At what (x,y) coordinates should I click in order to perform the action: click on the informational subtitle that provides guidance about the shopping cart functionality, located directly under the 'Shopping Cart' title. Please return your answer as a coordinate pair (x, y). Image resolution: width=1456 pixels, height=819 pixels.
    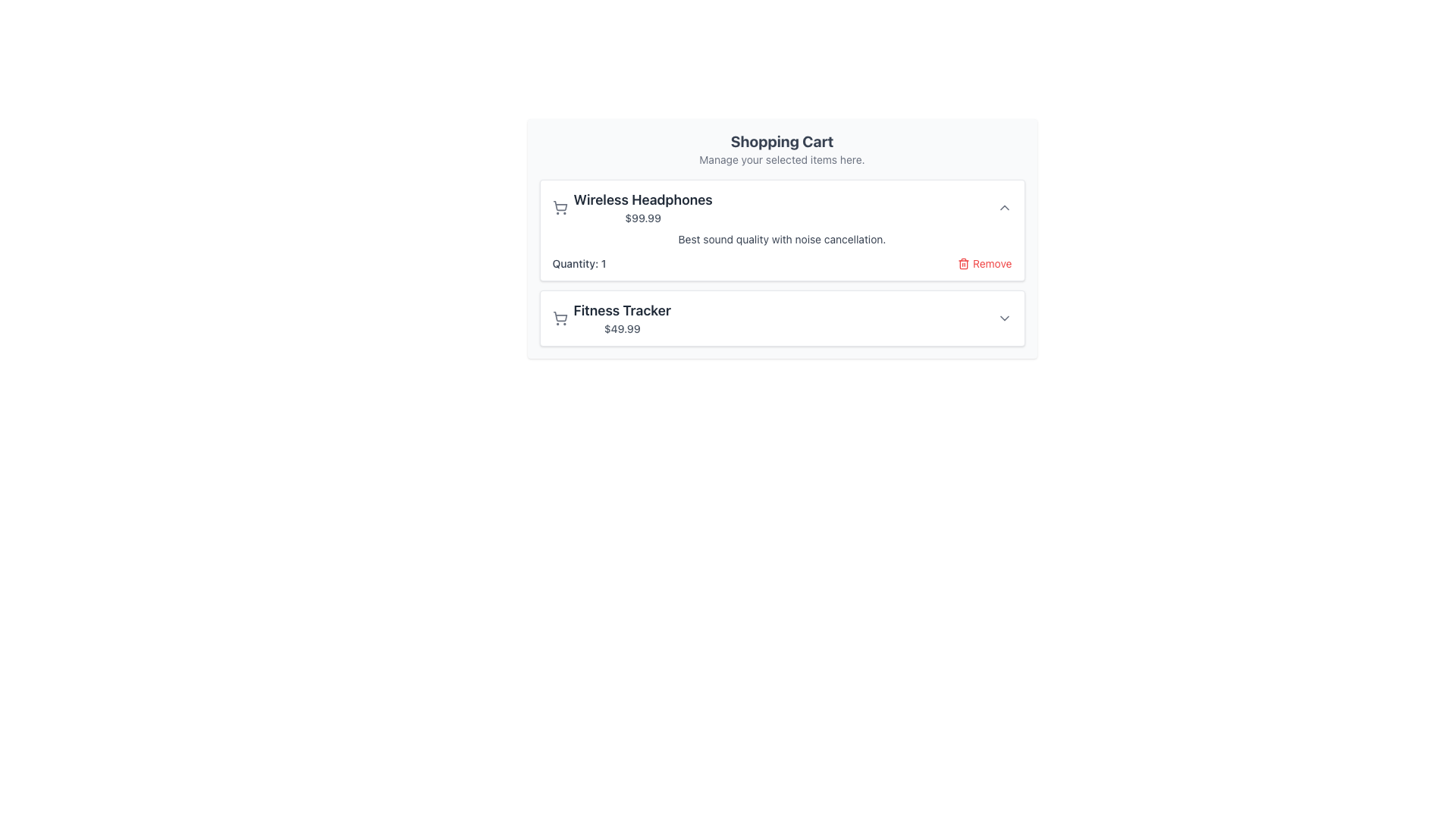
    Looking at the image, I should click on (782, 160).